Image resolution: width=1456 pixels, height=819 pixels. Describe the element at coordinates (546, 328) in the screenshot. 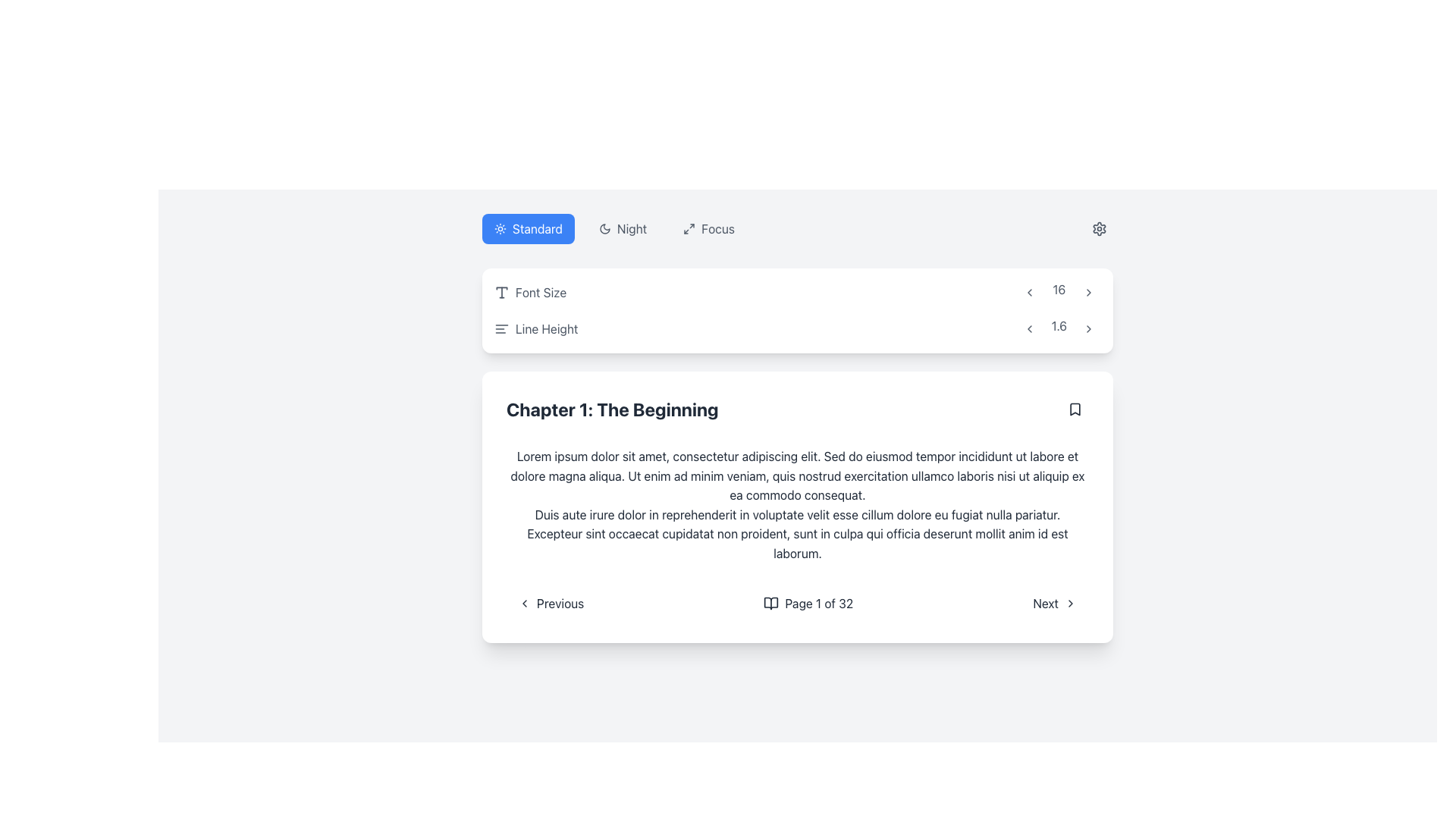

I see `the text label displaying 'Line Height' in gray font color` at that location.